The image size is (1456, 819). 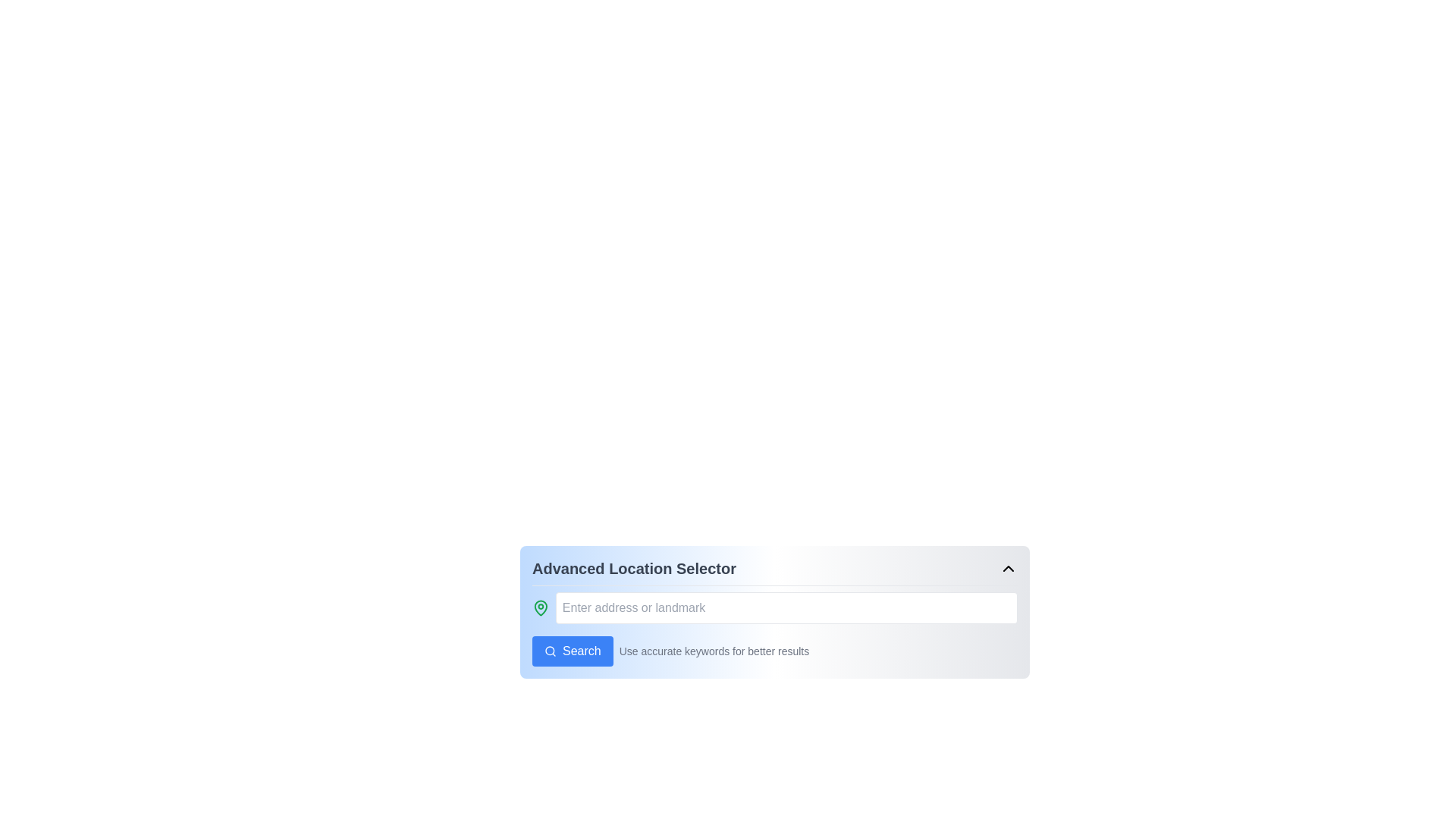 I want to click on the chevron-up icon button on the right edge of the 'Advanced Location Selector', so click(x=1008, y=568).